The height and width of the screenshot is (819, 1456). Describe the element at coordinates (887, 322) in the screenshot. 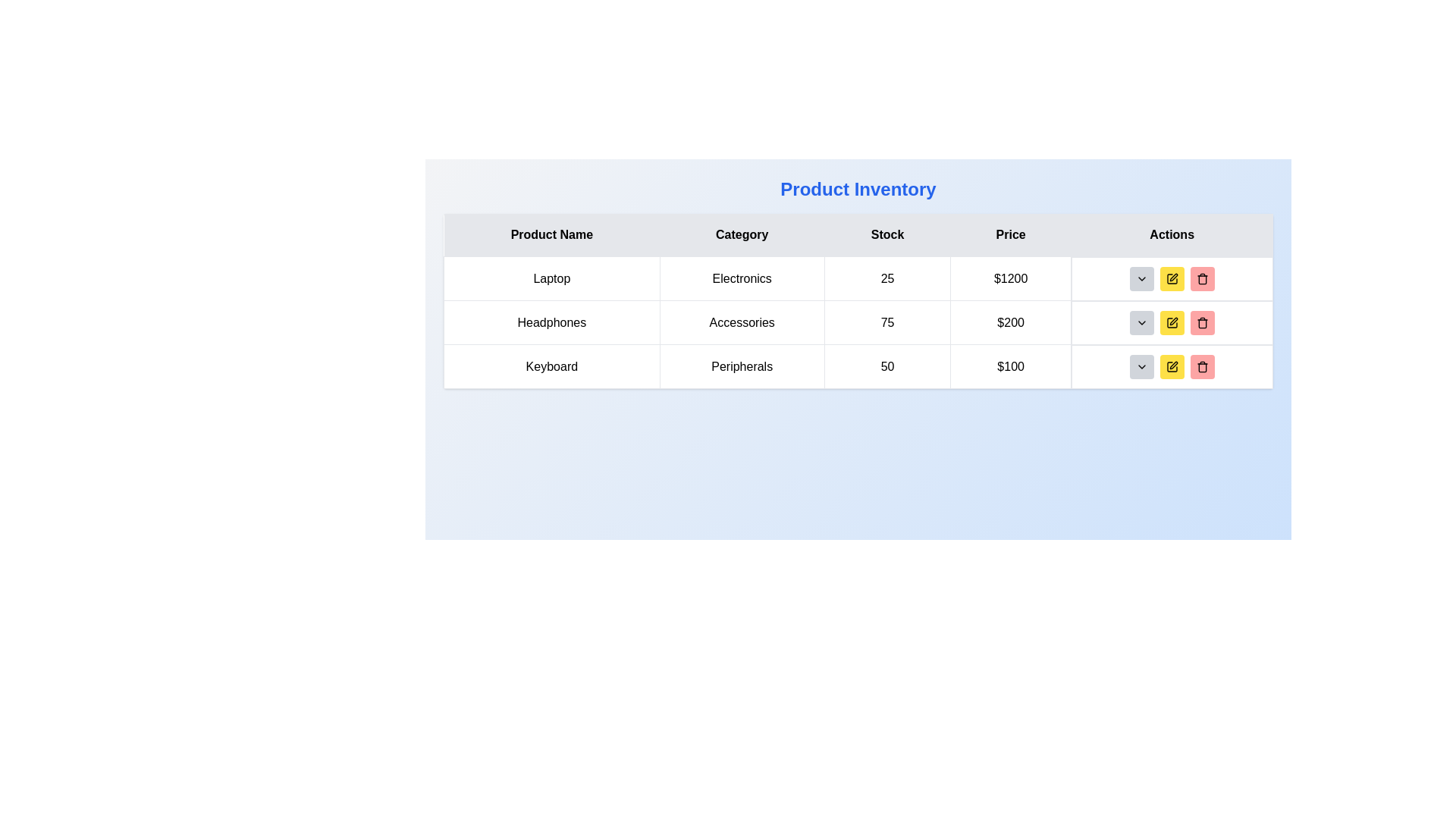

I see `the text display cell showing the stock quantity '75' for the 'Headphones' product` at that location.